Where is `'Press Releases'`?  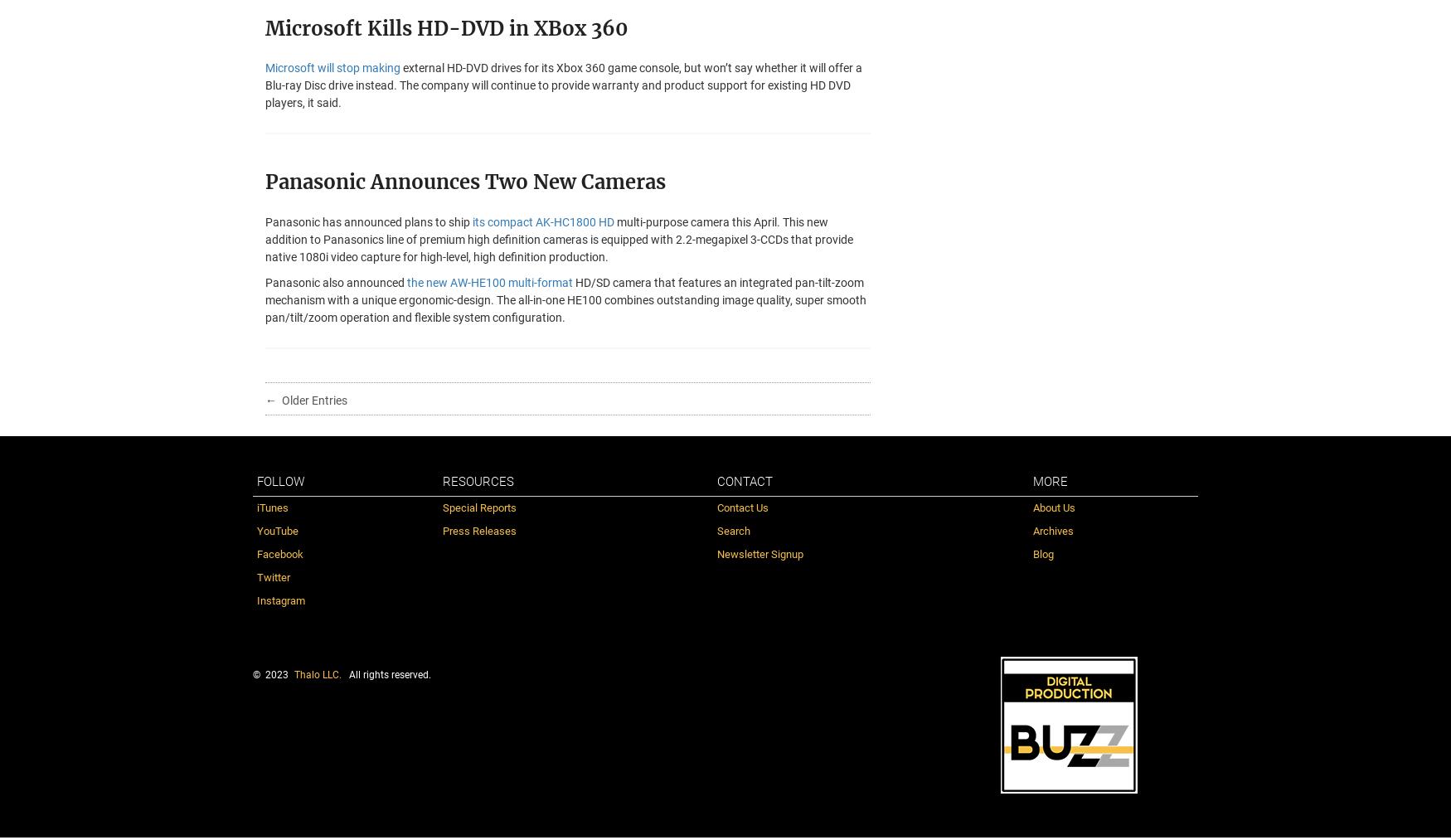 'Press Releases' is located at coordinates (478, 529).